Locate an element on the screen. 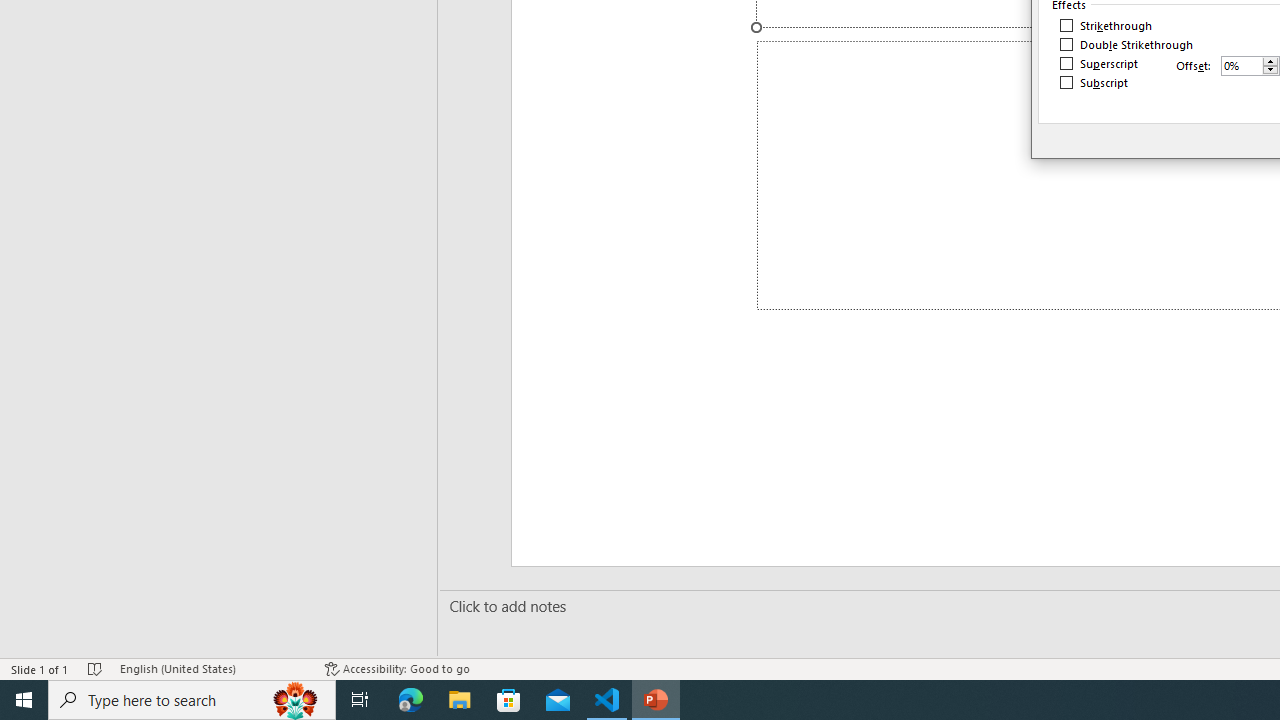 This screenshot has width=1280, height=720. 'Accessibility Checker Accessibility: Good to go' is located at coordinates (397, 669).